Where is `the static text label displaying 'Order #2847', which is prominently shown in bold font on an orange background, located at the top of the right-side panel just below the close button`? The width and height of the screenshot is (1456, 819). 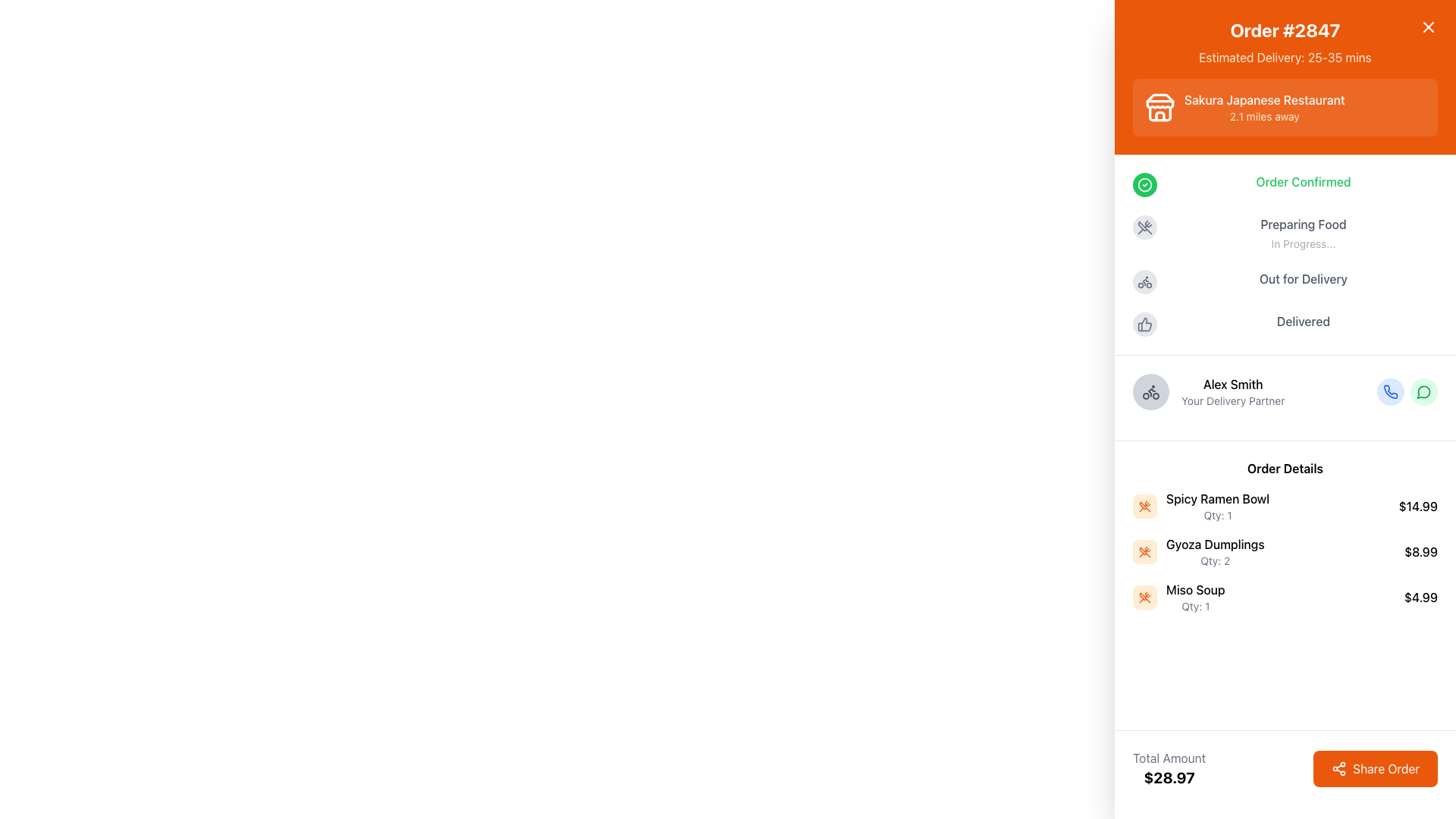
the static text label displaying 'Order #2847', which is prominently shown in bold font on an orange background, located at the top of the right-side panel just below the close button is located at coordinates (1284, 30).